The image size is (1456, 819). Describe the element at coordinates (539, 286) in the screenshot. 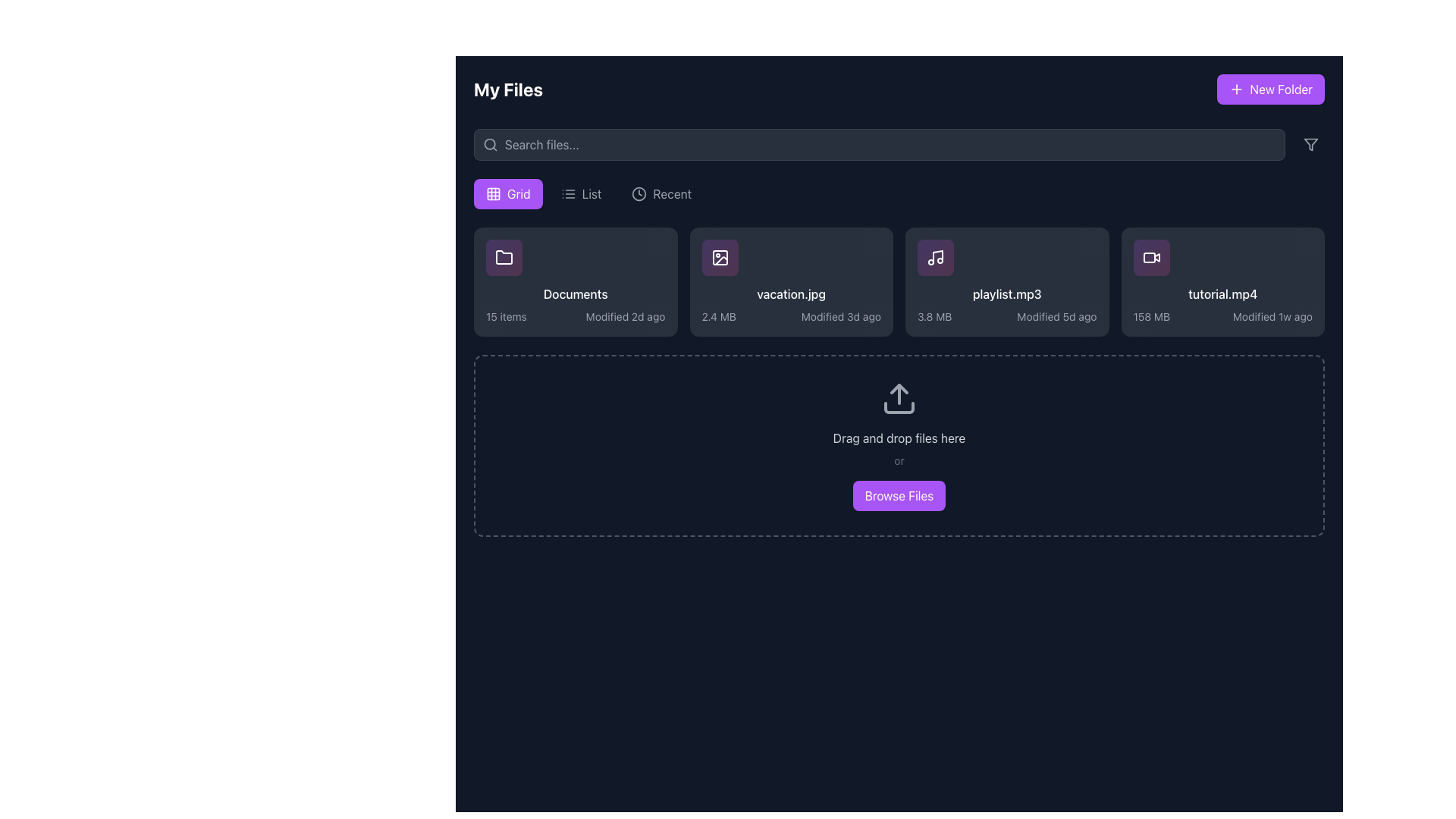

I see `the curved line of the download icon located in the top-left quadrant of the interface for additional information` at that location.